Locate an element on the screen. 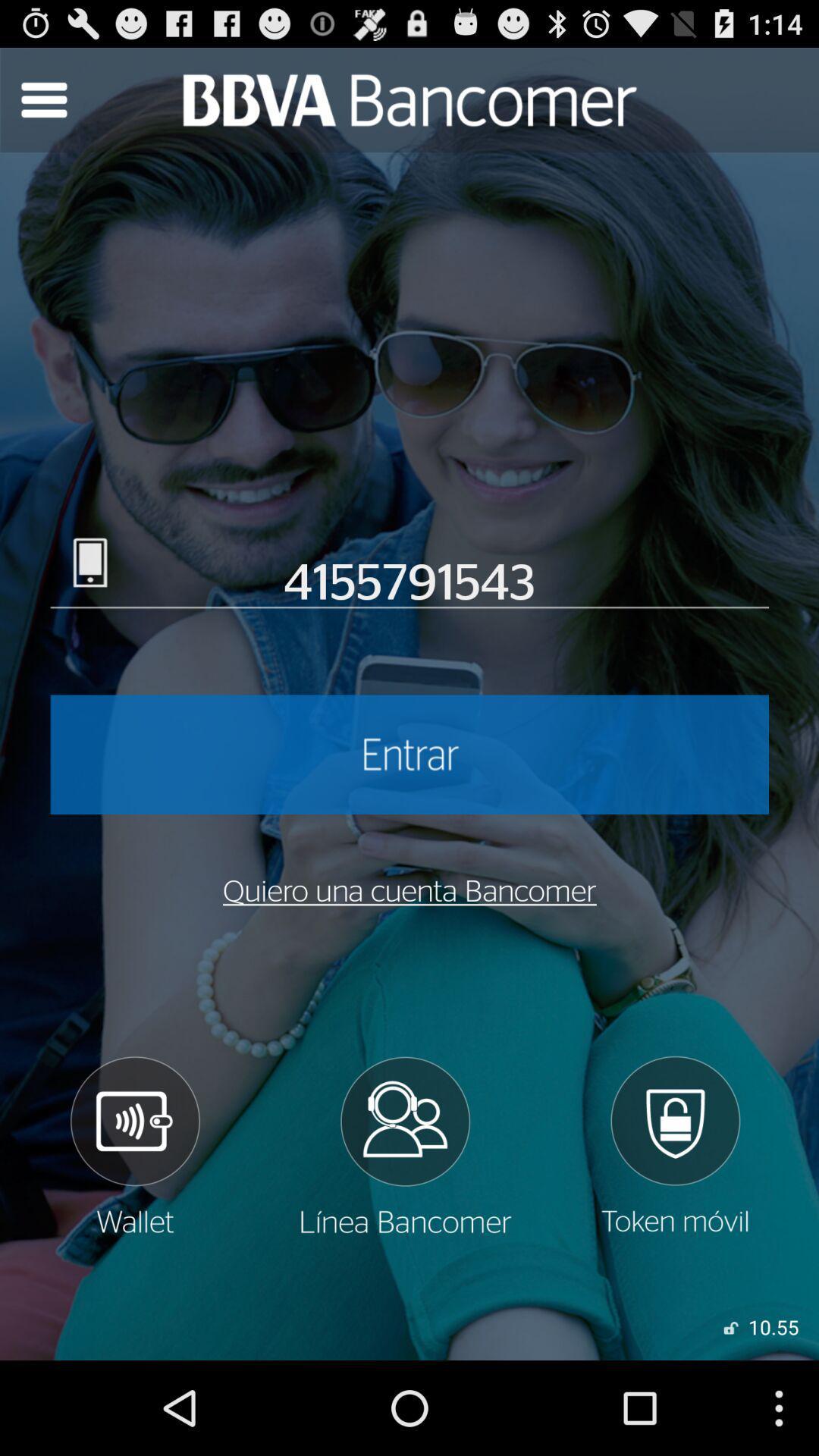  the menu icon is located at coordinates (42, 106).